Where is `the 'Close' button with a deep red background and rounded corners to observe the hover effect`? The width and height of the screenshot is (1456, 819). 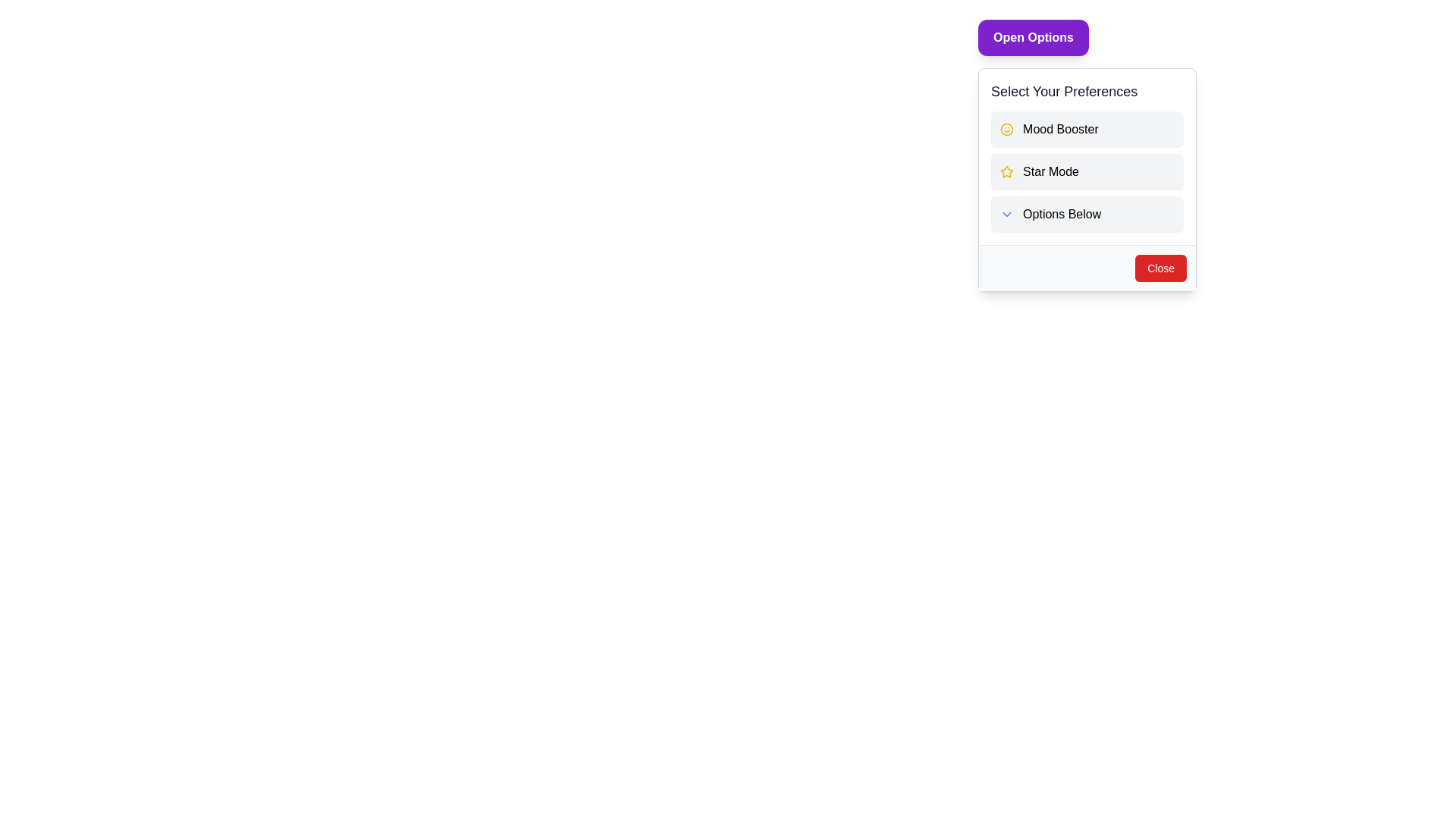 the 'Close' button with a deep red background and rounded corners to observe the hover effect is located at coordinates (1160, 268).